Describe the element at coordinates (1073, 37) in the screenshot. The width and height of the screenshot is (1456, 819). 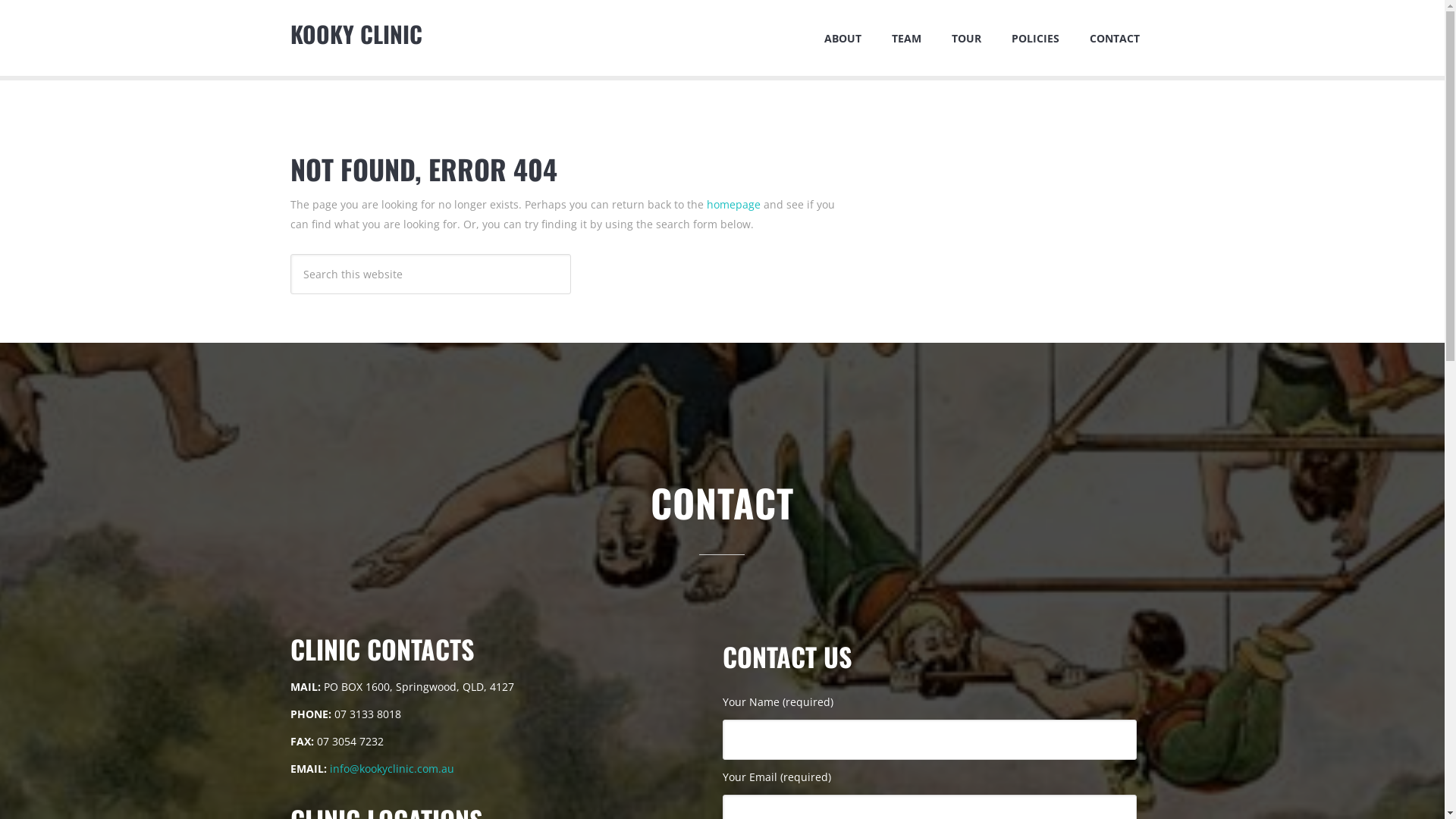
I see `'CONTACT'` at that location.